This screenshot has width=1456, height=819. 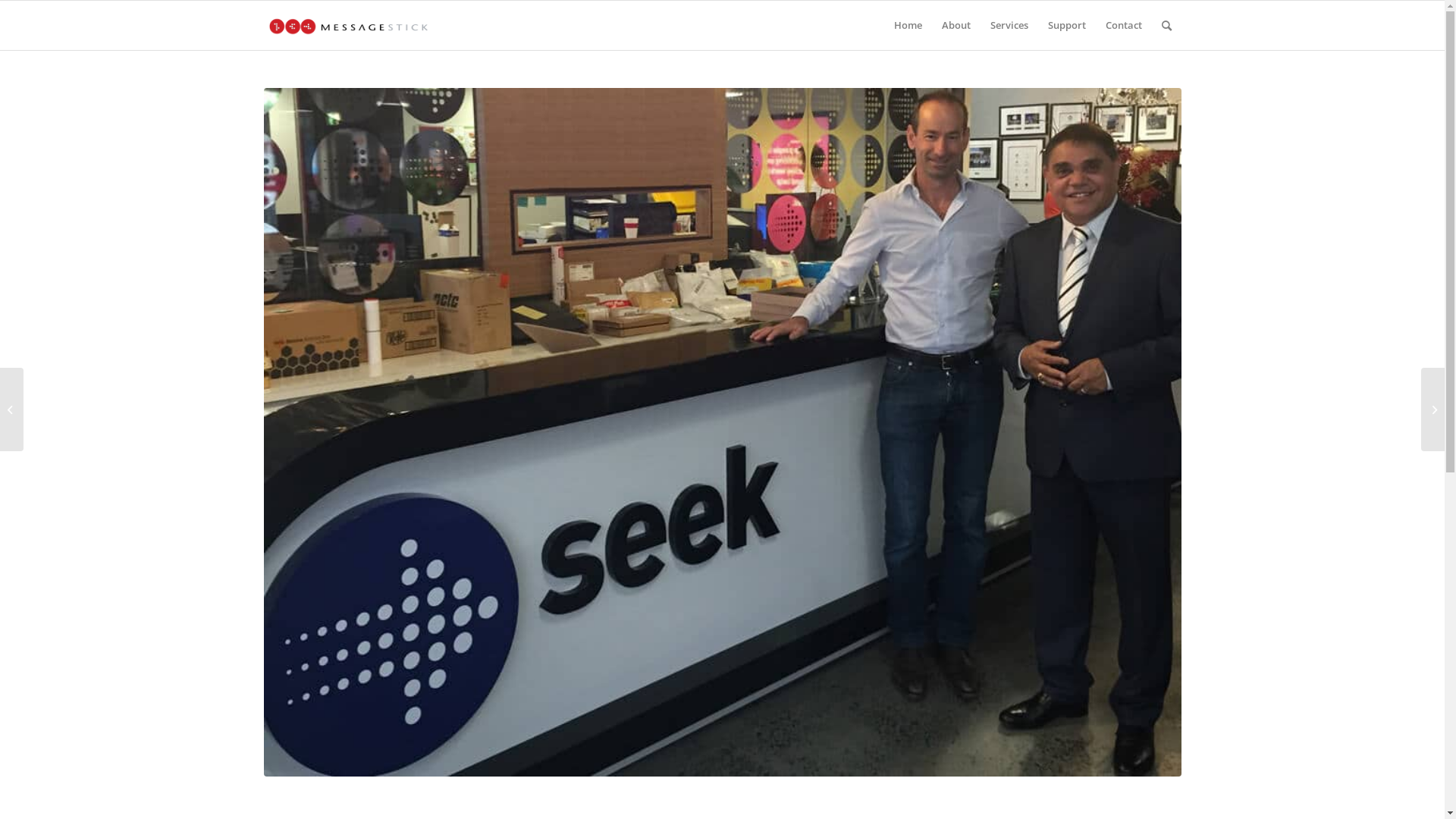 What do you see at coordinates (908, 25) in the screenshot?
I see `'Home'` at bounding box center [908, 25].